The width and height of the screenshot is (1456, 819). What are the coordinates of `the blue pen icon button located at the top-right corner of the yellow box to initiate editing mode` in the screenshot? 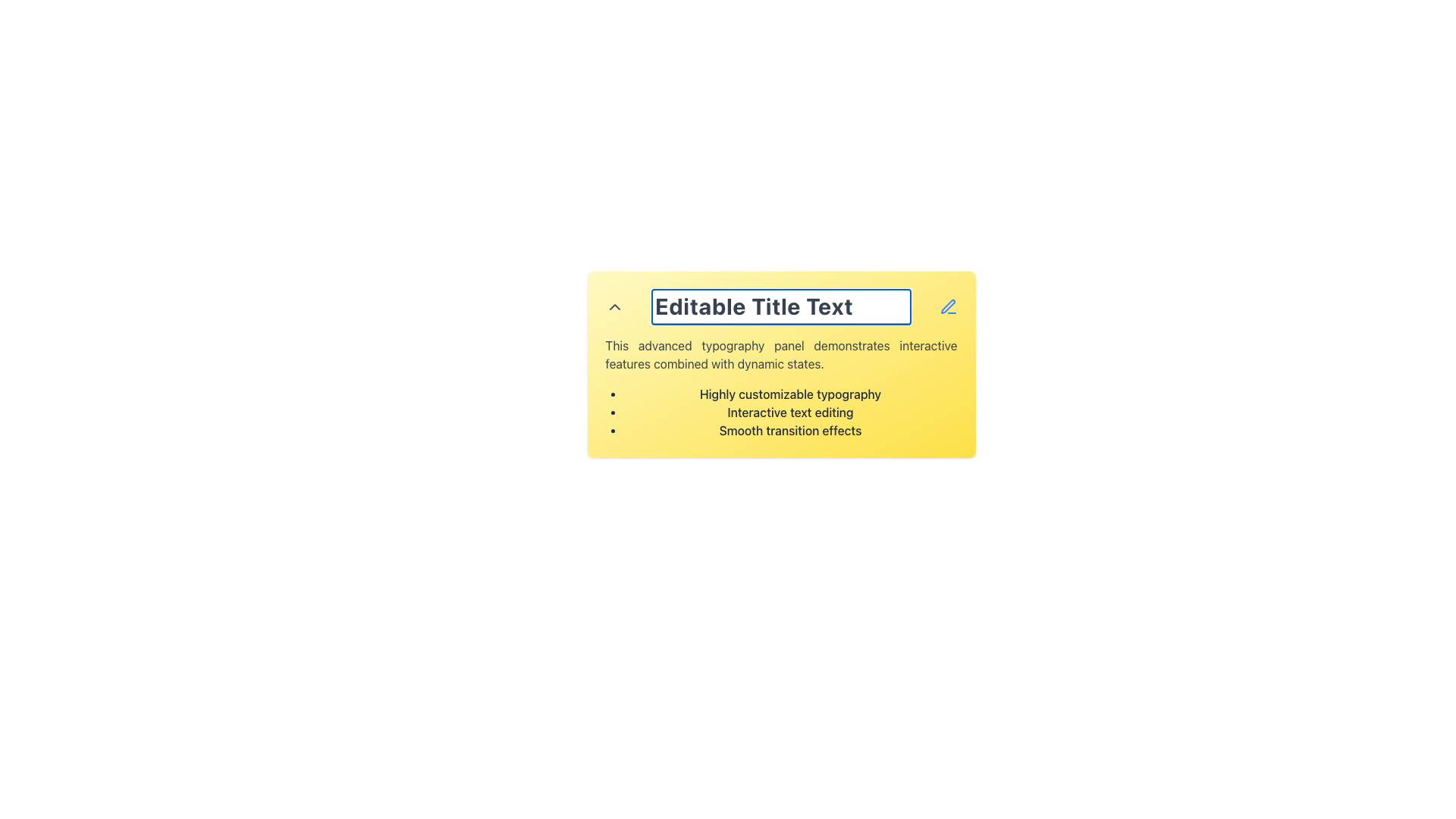 It's located at (947, 307).